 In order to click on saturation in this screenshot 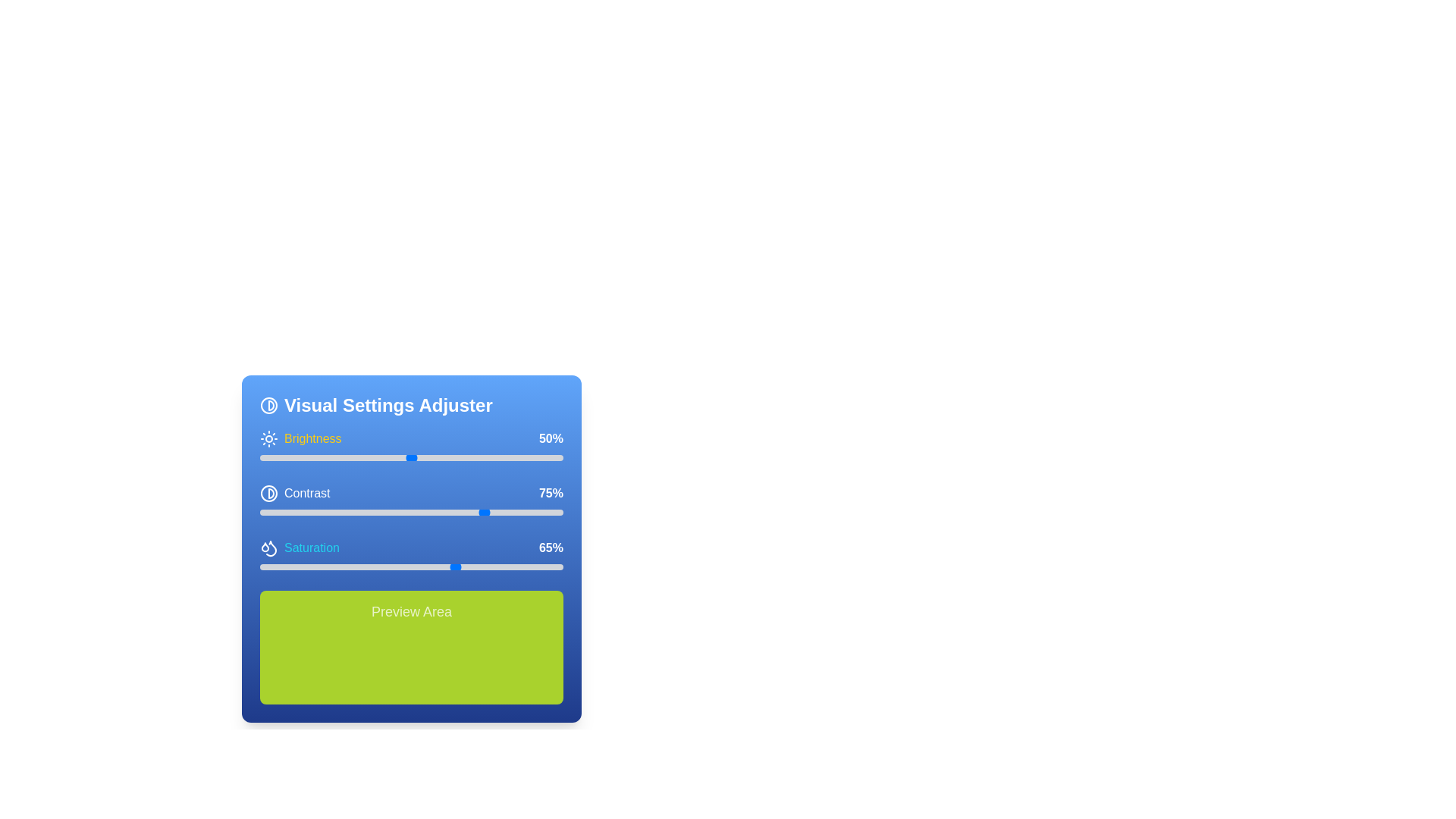, I will do `click(331, 567)`.